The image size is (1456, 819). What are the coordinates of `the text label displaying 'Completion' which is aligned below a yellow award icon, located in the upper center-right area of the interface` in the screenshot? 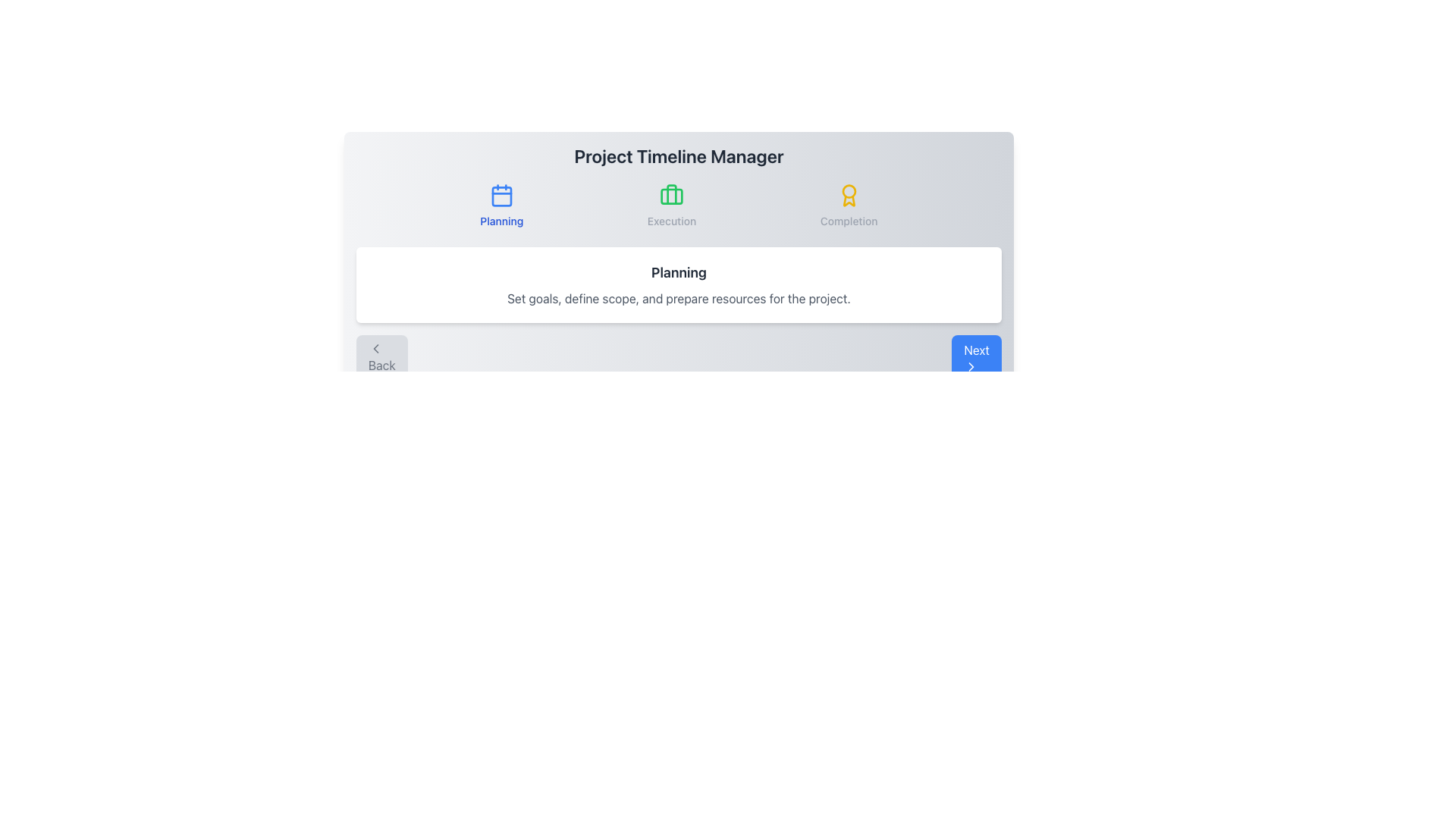 It's located at (848, 221).